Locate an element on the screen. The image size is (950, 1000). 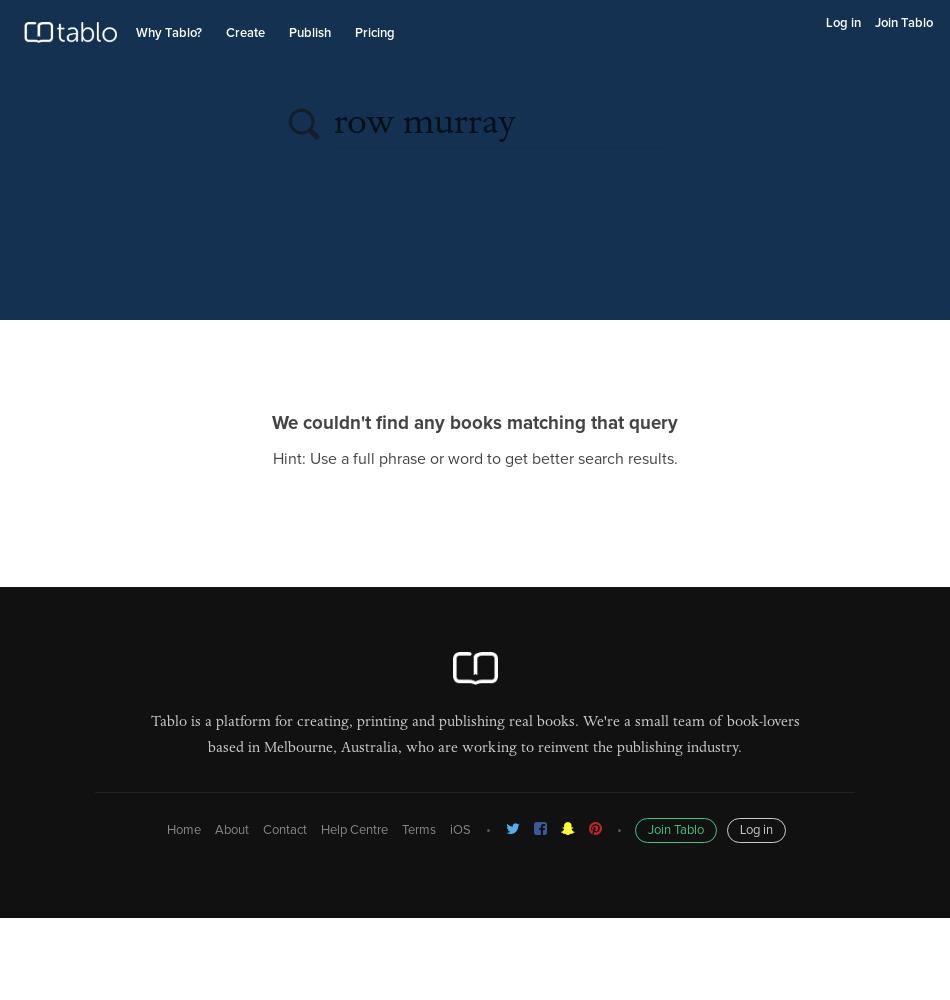
'Log in' is located at coordinates (754, 829).